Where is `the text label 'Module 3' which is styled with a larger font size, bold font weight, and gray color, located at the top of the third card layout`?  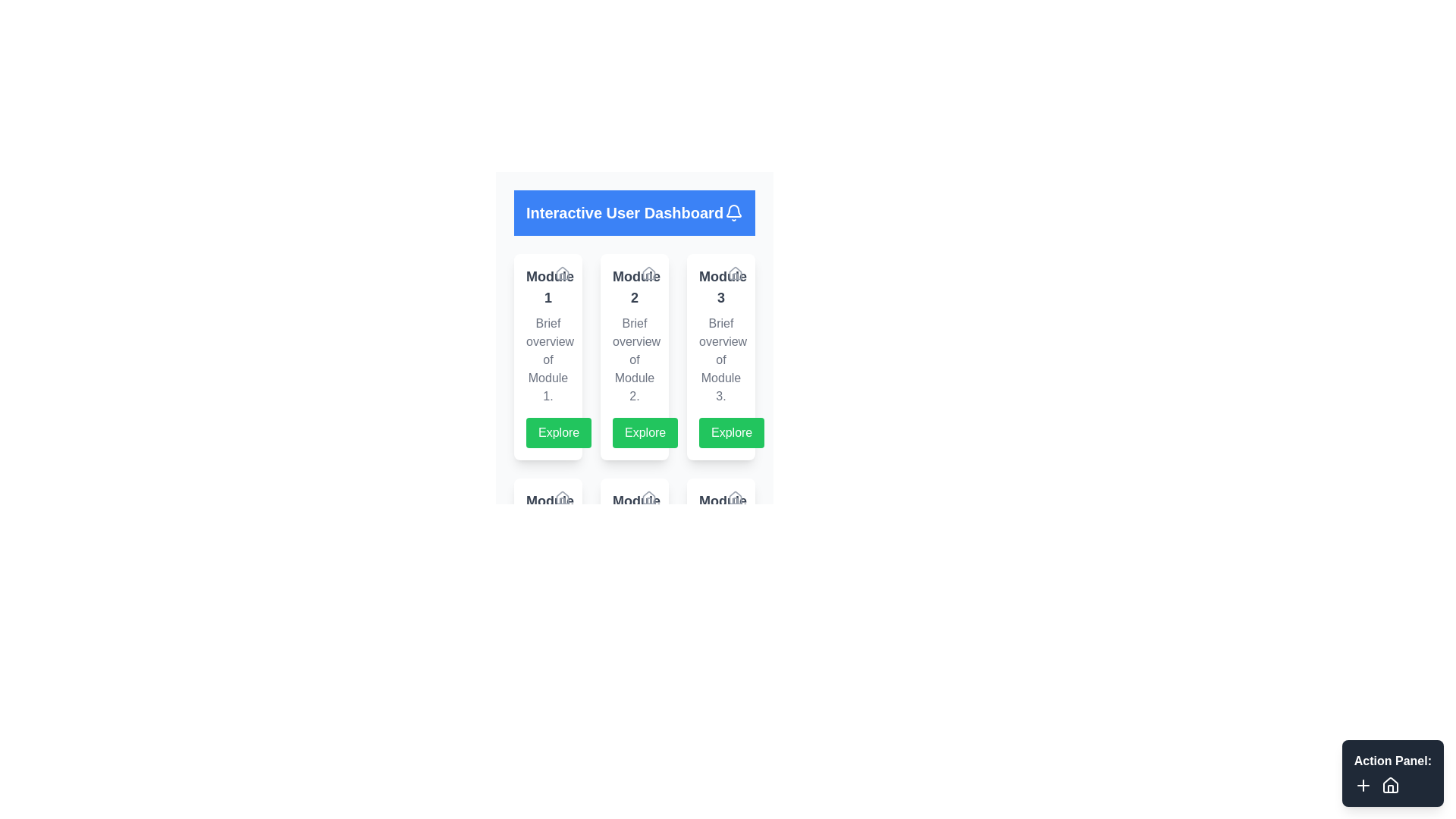 the text label 'Module 3' which is styled with a larger font size, bold font weight, and gray color, located at the top of the third card layout is located at coordinates (720, 287).